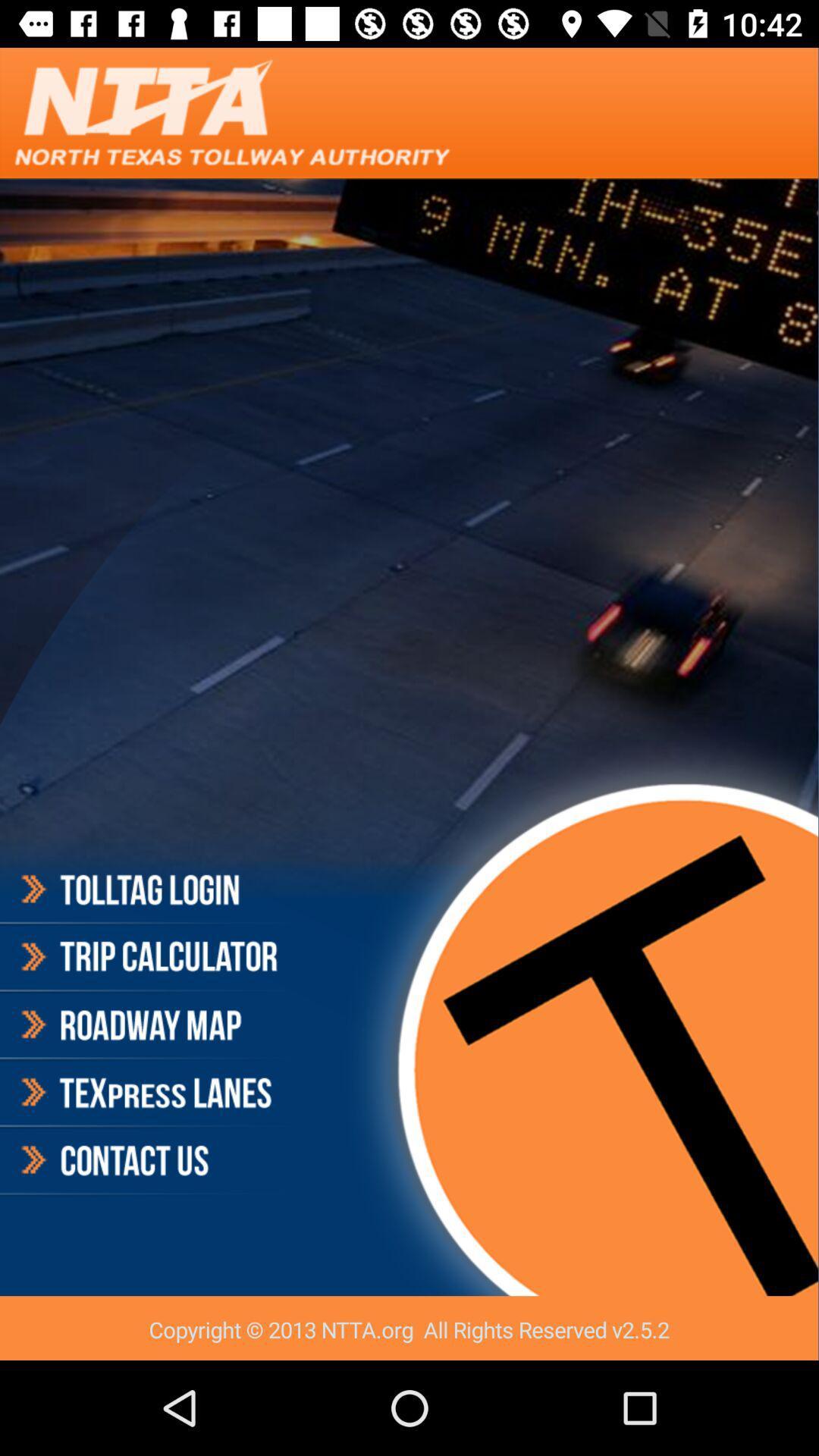  Describe the element at coordinates (147, 1025) in the screenshot. I see `map` at that location.